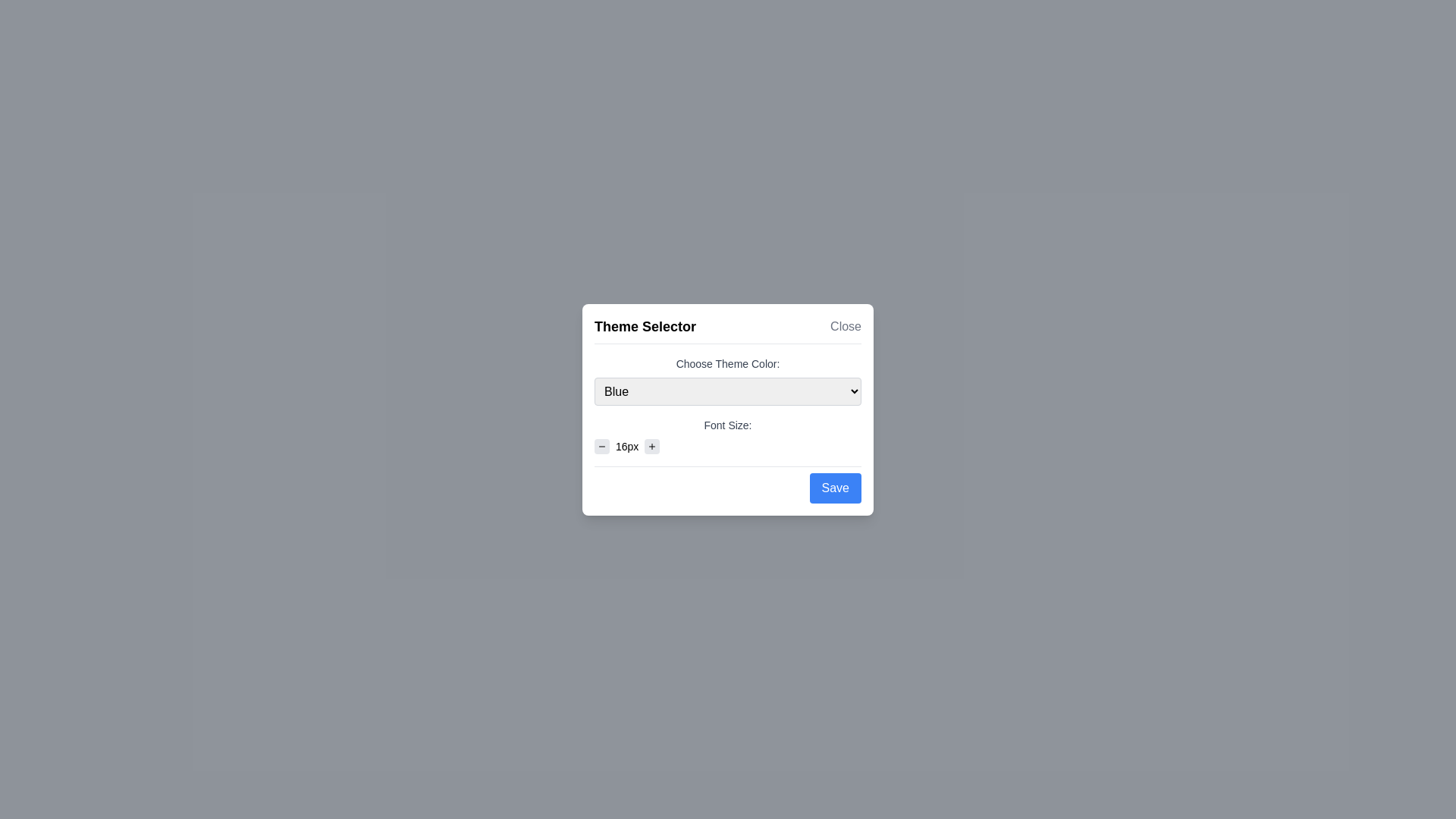  What do you see at coordinates (601, 445) in the screenshot?
I see `the button to the left of the '16px' label in the 'Font Size' adjustment section to decrease the font size` at bounding box center [601, 445].